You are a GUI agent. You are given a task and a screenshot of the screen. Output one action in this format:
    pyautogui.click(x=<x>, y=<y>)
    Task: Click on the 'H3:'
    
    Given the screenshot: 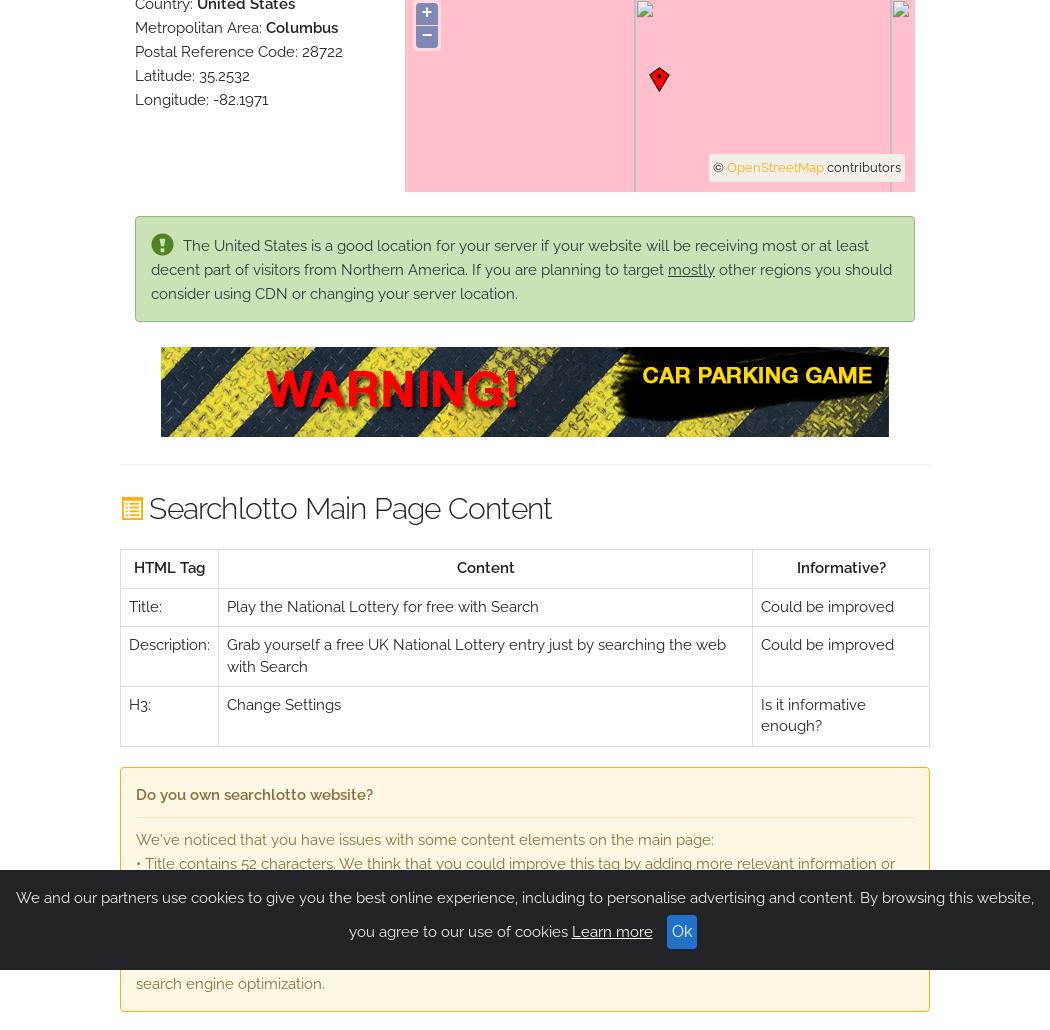 What is the action you would take?
    pyautogui.click(x=138, y=705)
    